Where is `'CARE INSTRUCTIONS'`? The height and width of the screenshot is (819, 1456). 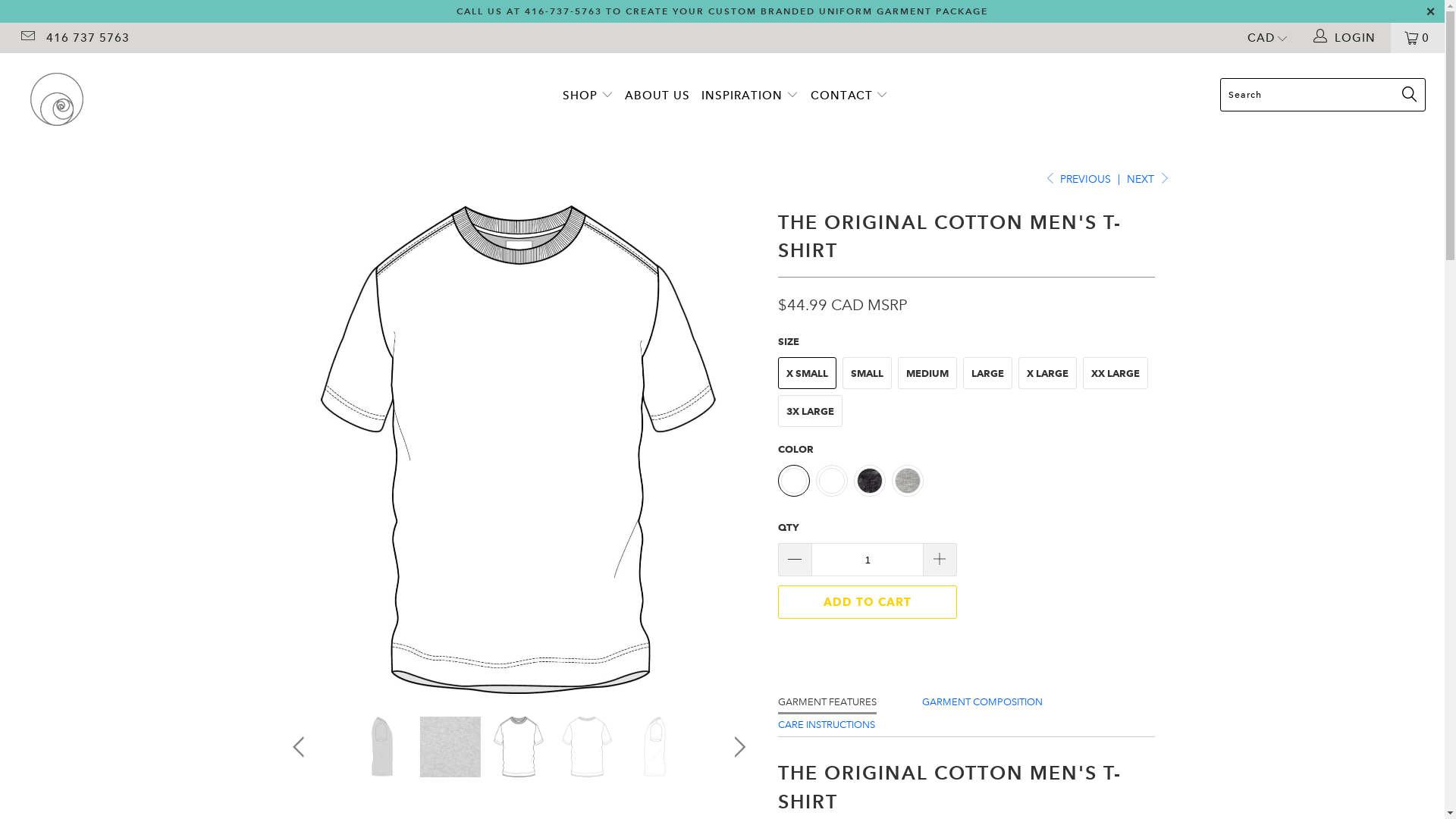
'CARE INSTRUCTIONS' is located at coordinates (825, 723).